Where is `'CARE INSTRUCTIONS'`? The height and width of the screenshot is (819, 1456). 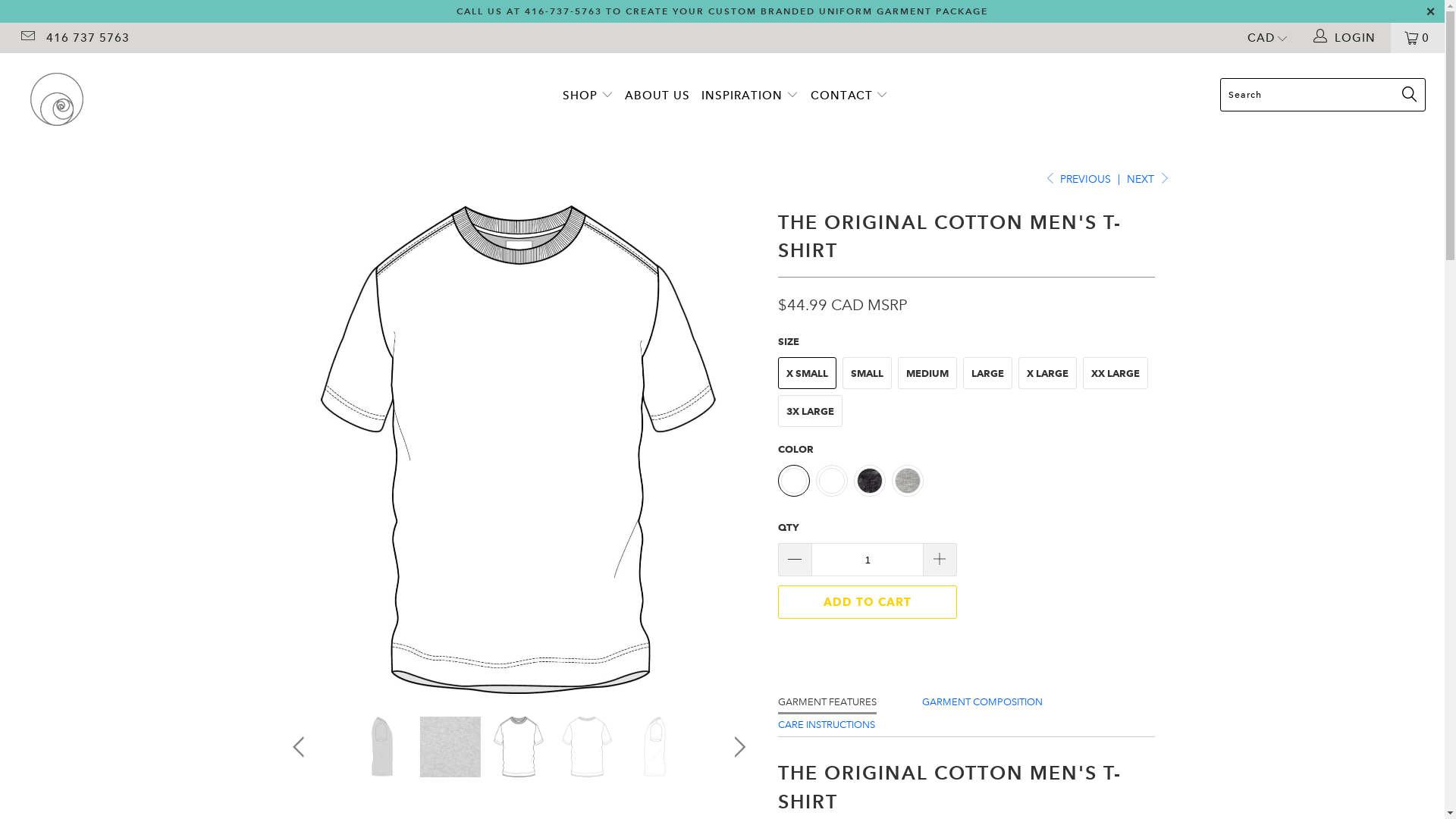
'CARE INSTRUCTIONS' is located at coordinates (825, 723).